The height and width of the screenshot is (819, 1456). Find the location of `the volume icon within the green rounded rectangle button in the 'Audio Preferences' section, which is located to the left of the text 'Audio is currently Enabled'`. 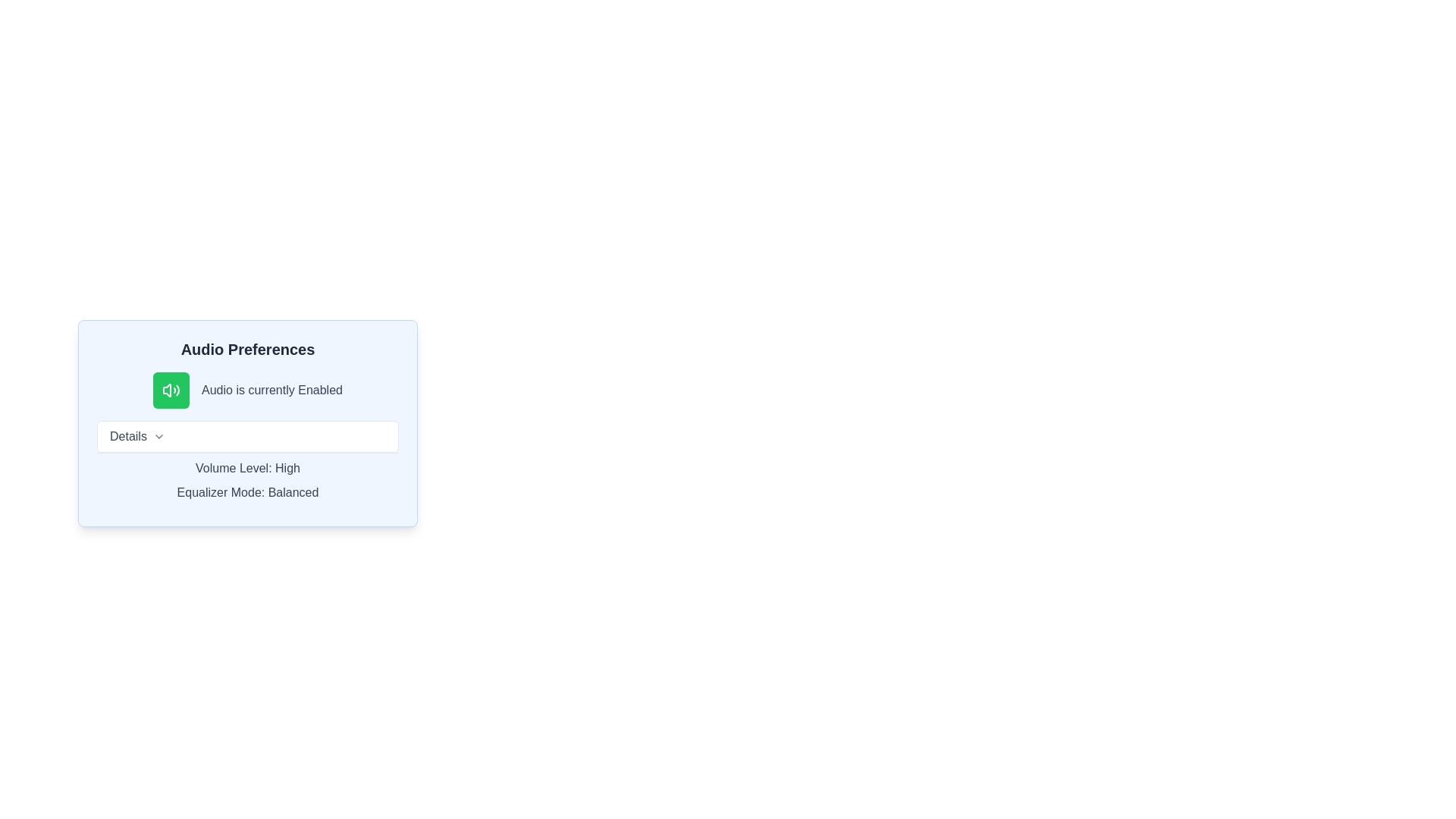

the volume icon within the green rounded rectangle button in the 'Audio Preferences' section, which is located to the left of the text 'Audio is currently Enabled' is located at coordinates (171, 390).